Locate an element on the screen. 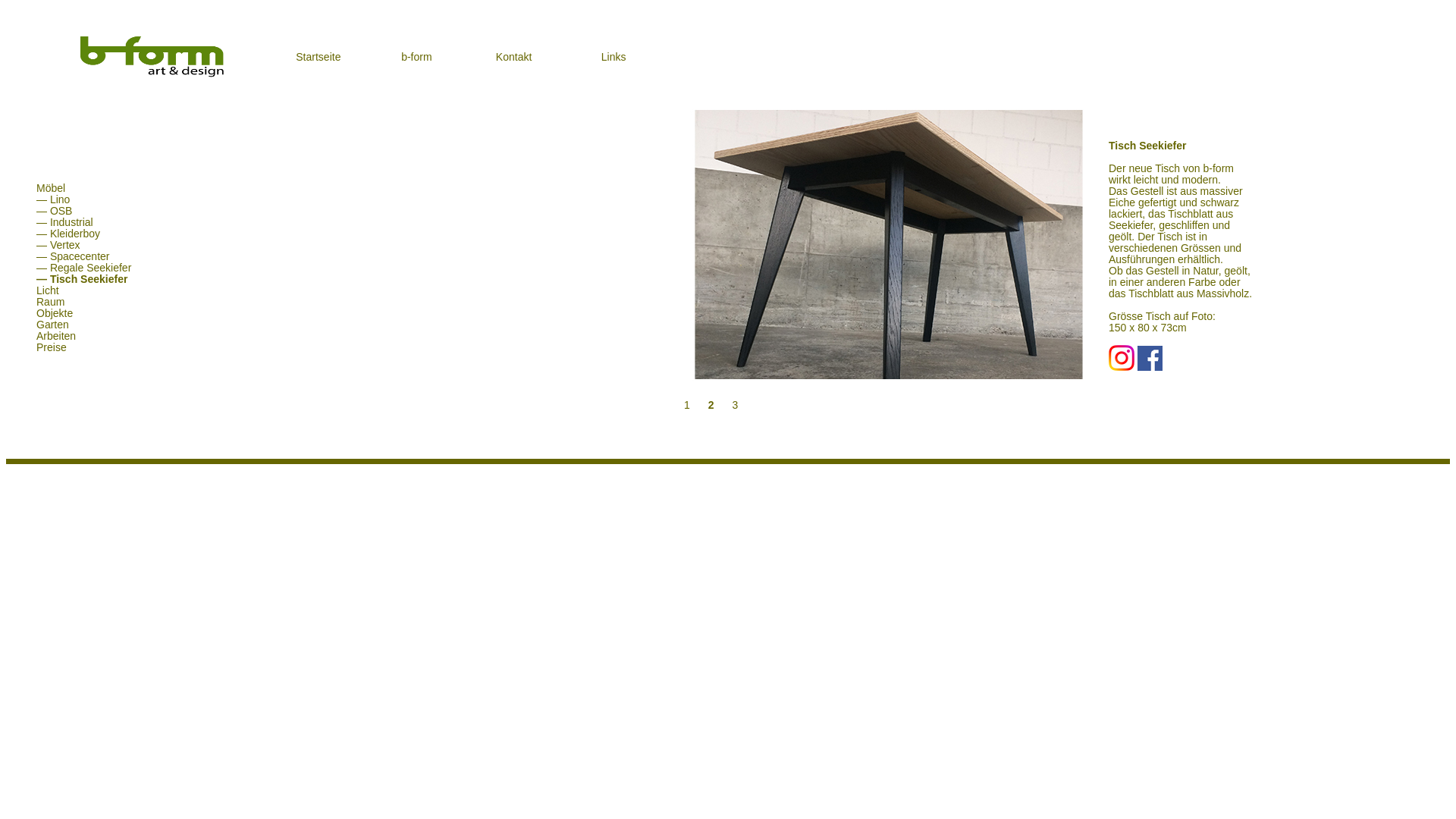  'Garten' is located at coordinates (45, 324).